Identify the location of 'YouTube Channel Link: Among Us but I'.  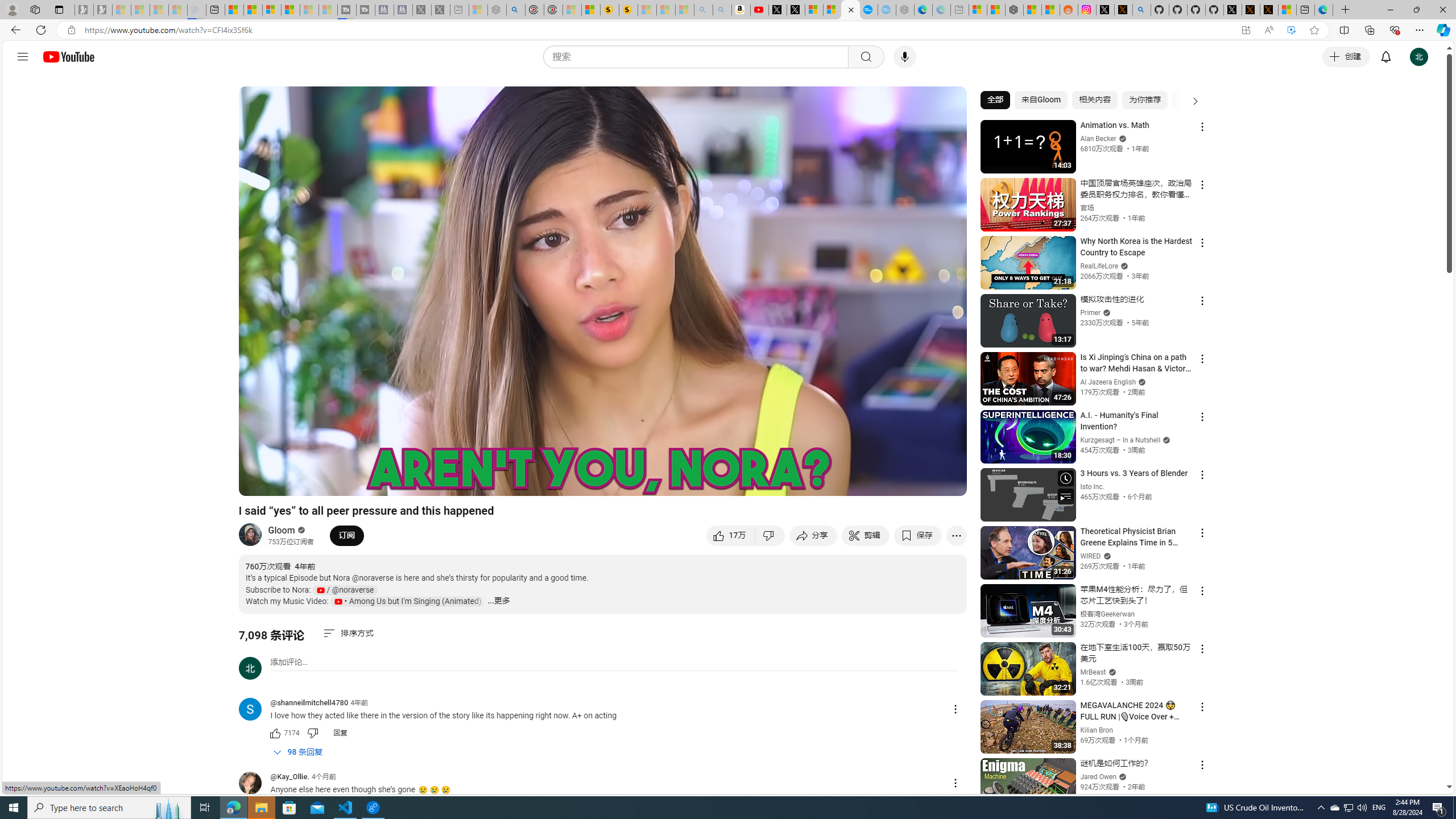
(408, 601).